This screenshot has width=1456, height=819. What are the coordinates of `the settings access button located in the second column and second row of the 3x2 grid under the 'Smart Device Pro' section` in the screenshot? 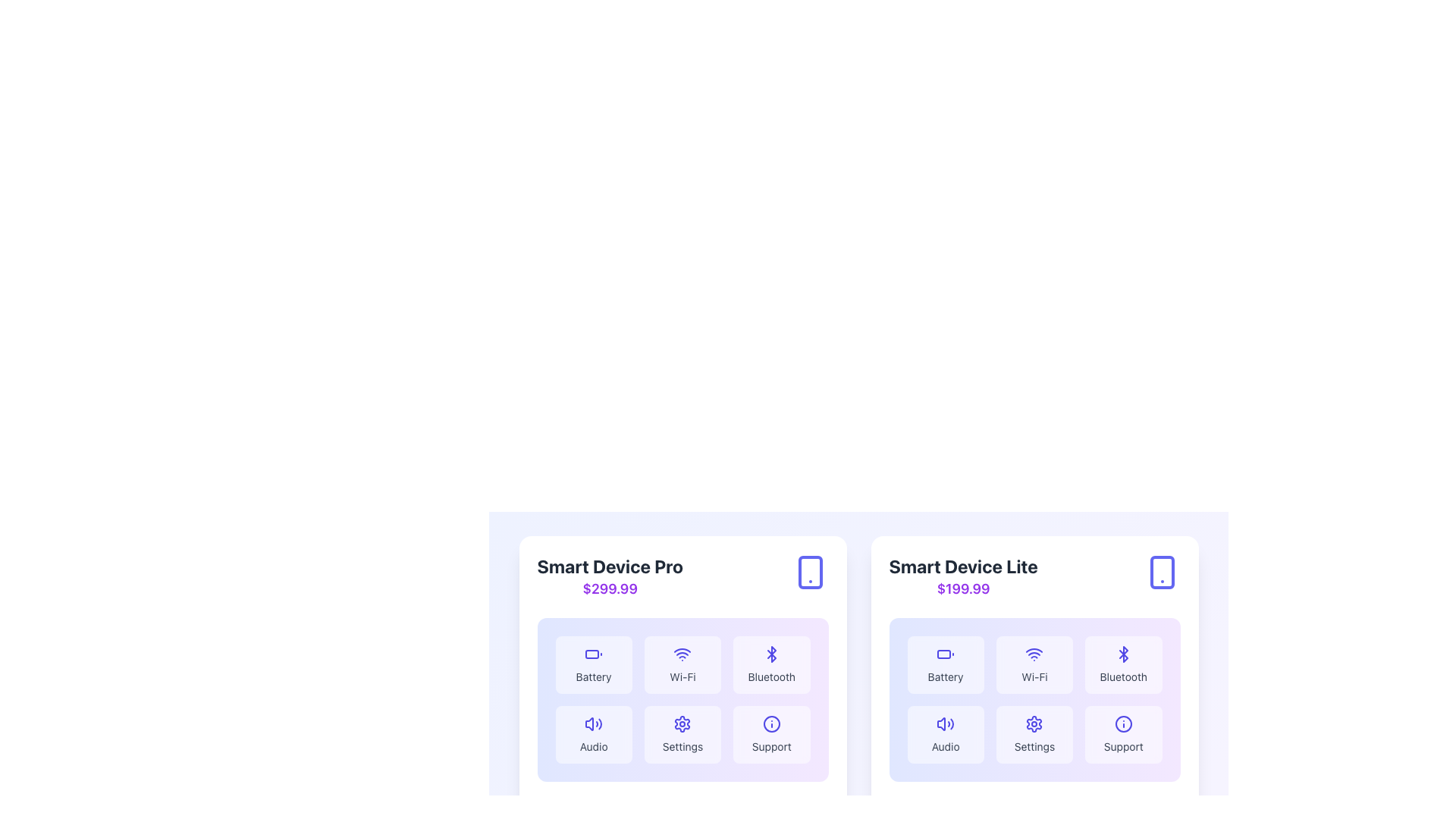 It's located at (682, 733).